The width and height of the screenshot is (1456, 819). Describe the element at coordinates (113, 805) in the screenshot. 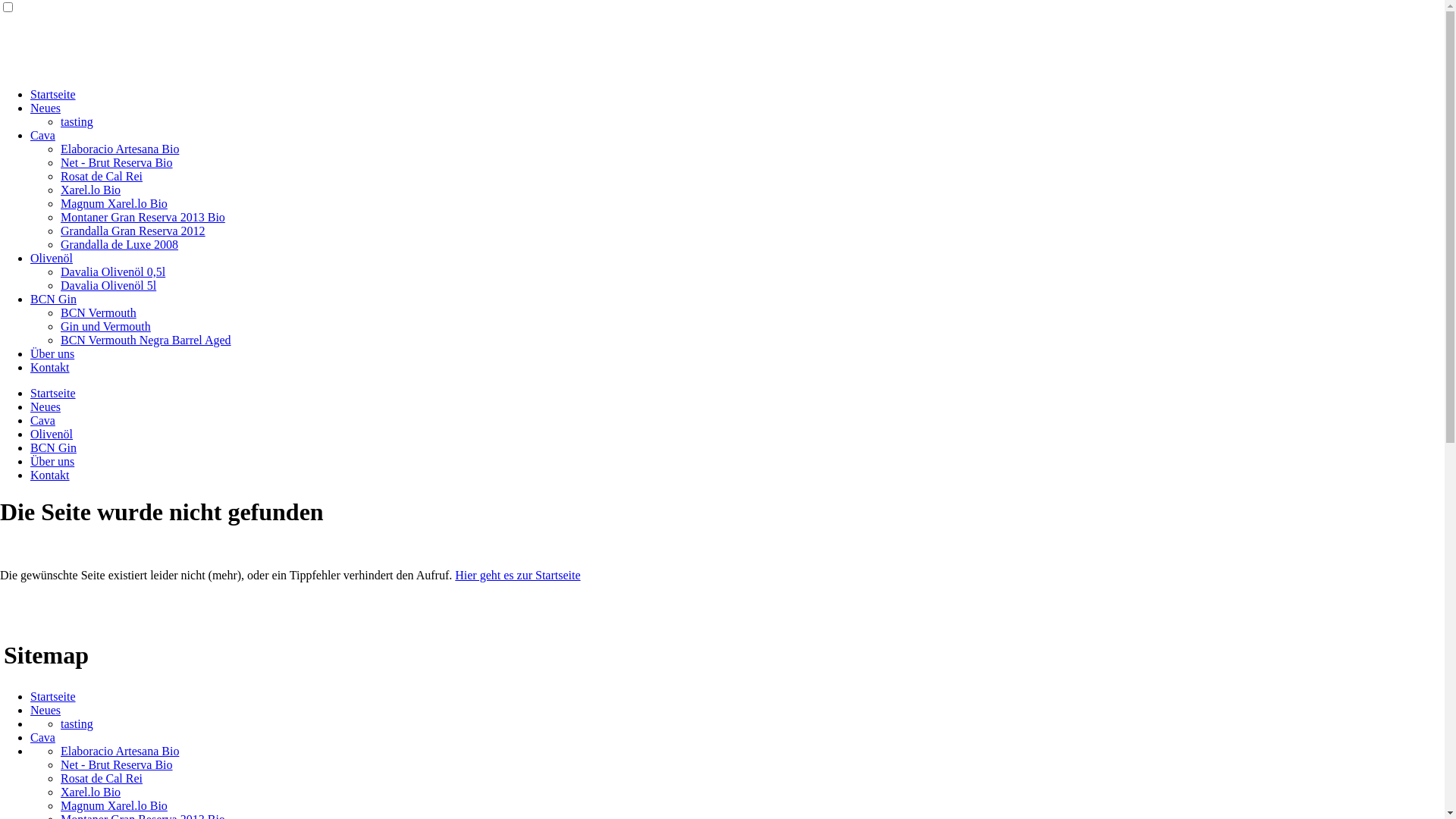

I see `'Magnum Xarel.lo Bio'` at that location.